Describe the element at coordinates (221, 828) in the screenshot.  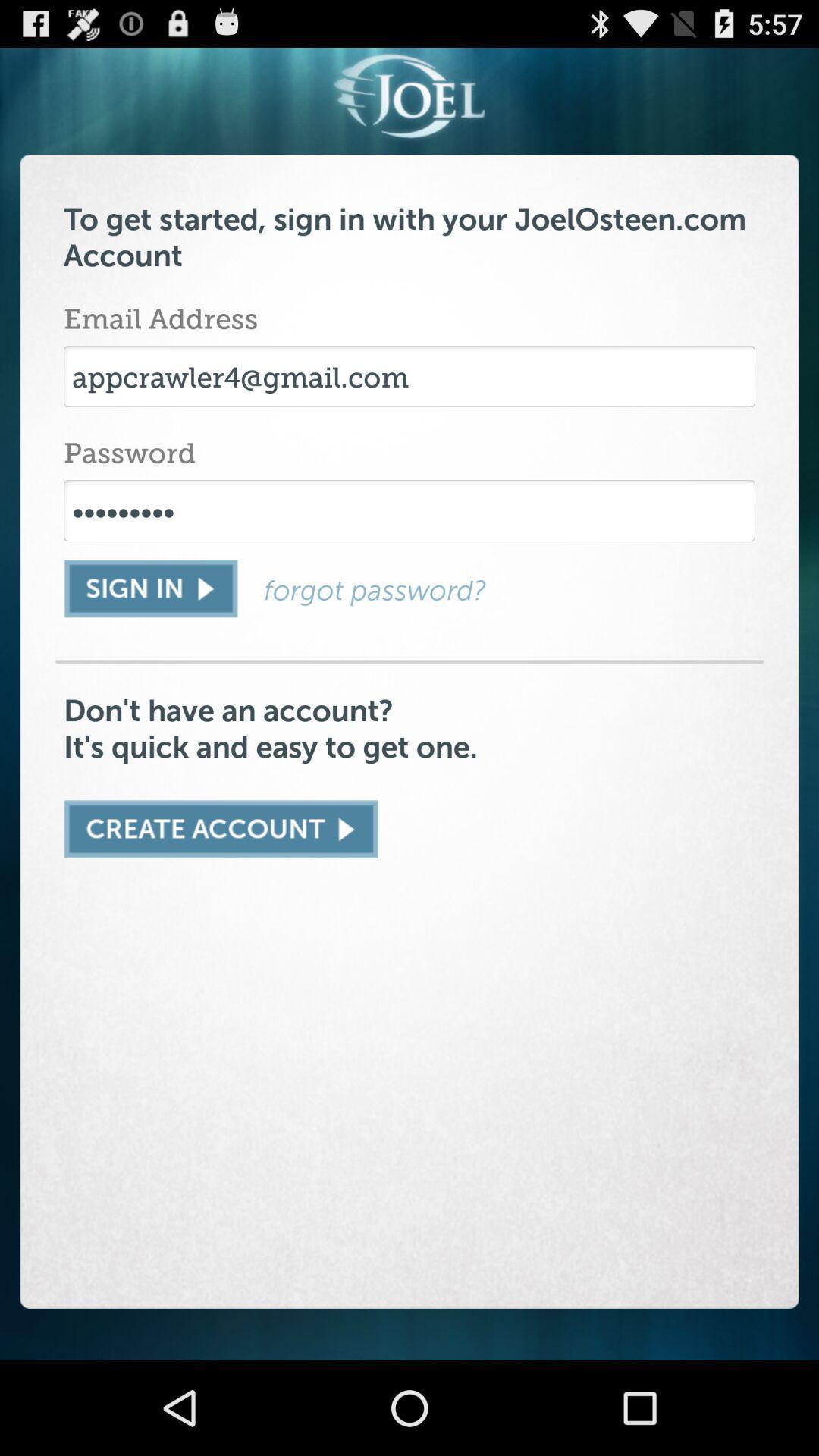
I see `new account` at that location.